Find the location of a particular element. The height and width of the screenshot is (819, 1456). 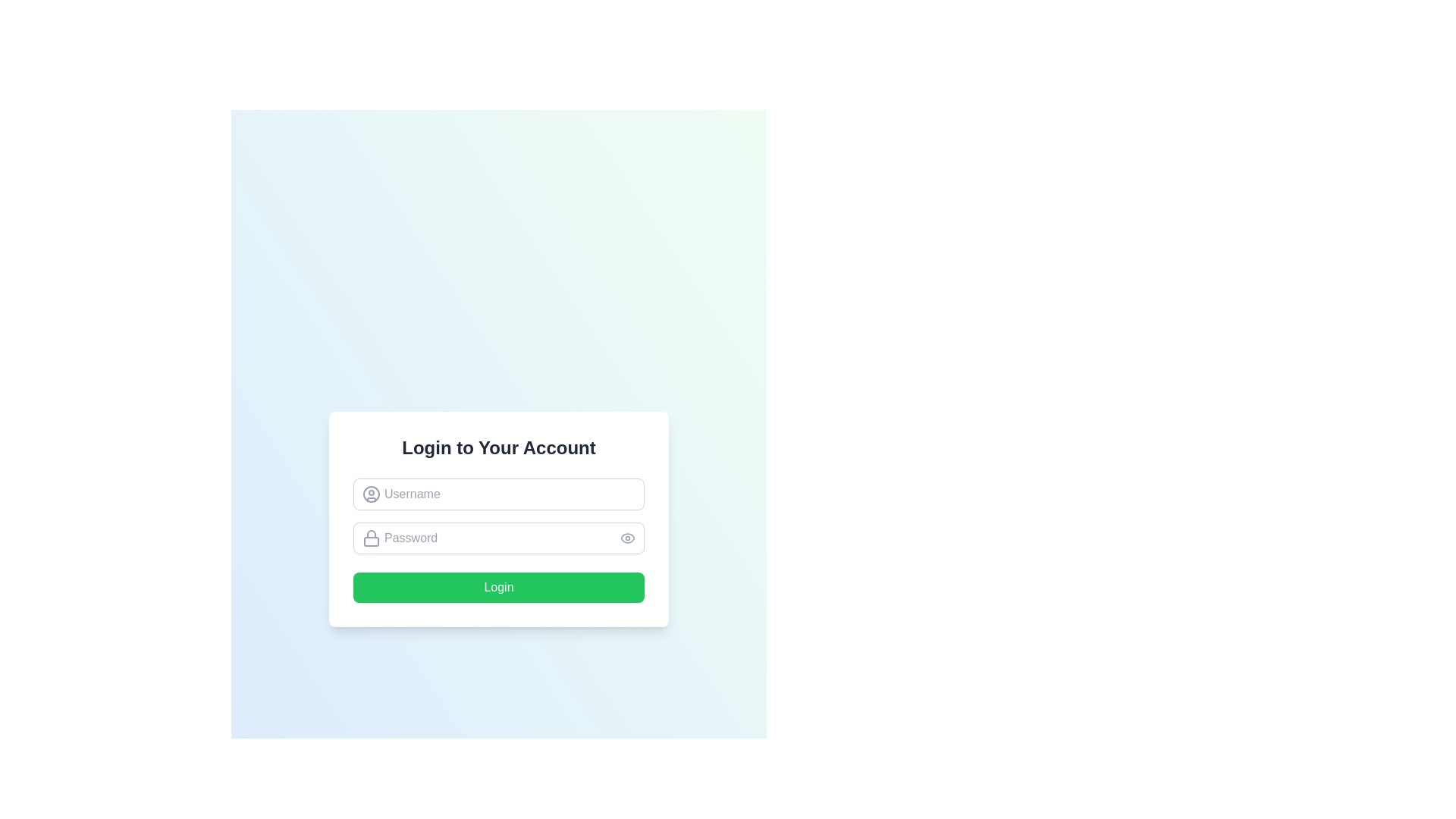

the unlocked state curve of the lock icon, which is the upper middle segment of the SVG lock representation is located at coordinates (371, 533).